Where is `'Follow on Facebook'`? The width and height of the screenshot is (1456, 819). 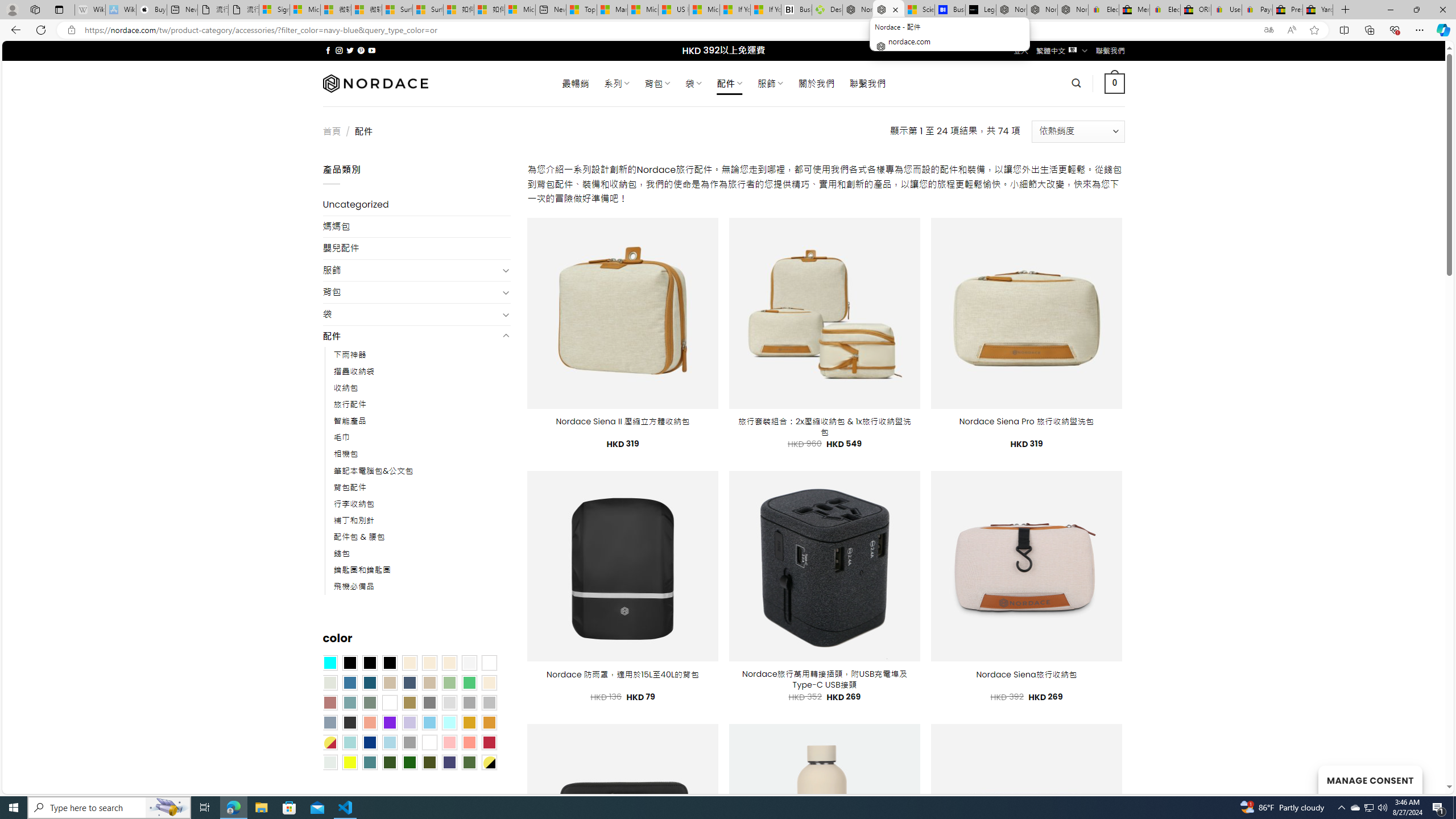 'Follow on Facebook' is located at coordinates (328, 50).